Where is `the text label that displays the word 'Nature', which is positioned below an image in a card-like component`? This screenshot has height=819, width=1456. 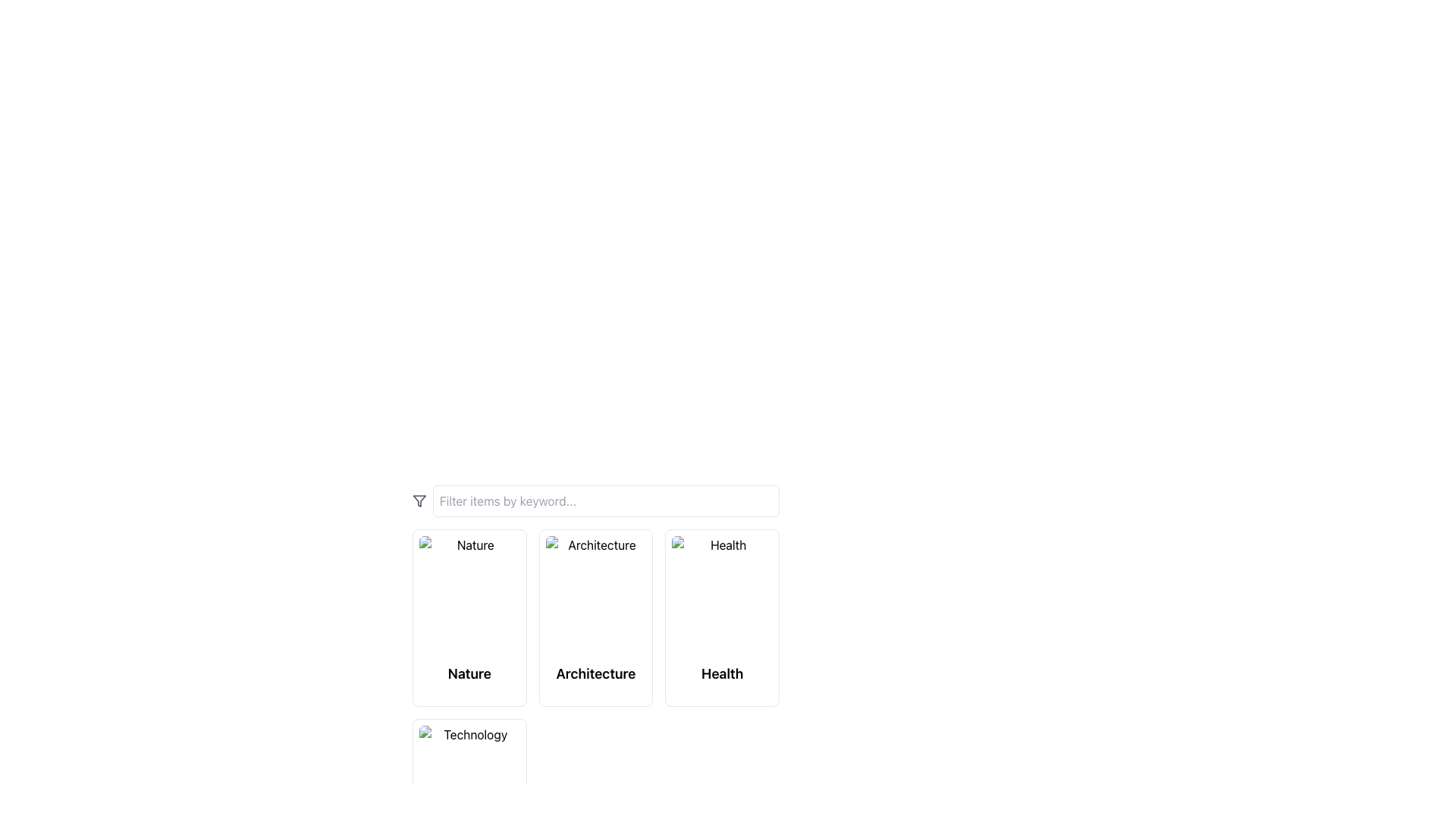
the text label that displays the word 'Nature', which is positioned below an image in a card-like component is located at coordinates (469, 673).